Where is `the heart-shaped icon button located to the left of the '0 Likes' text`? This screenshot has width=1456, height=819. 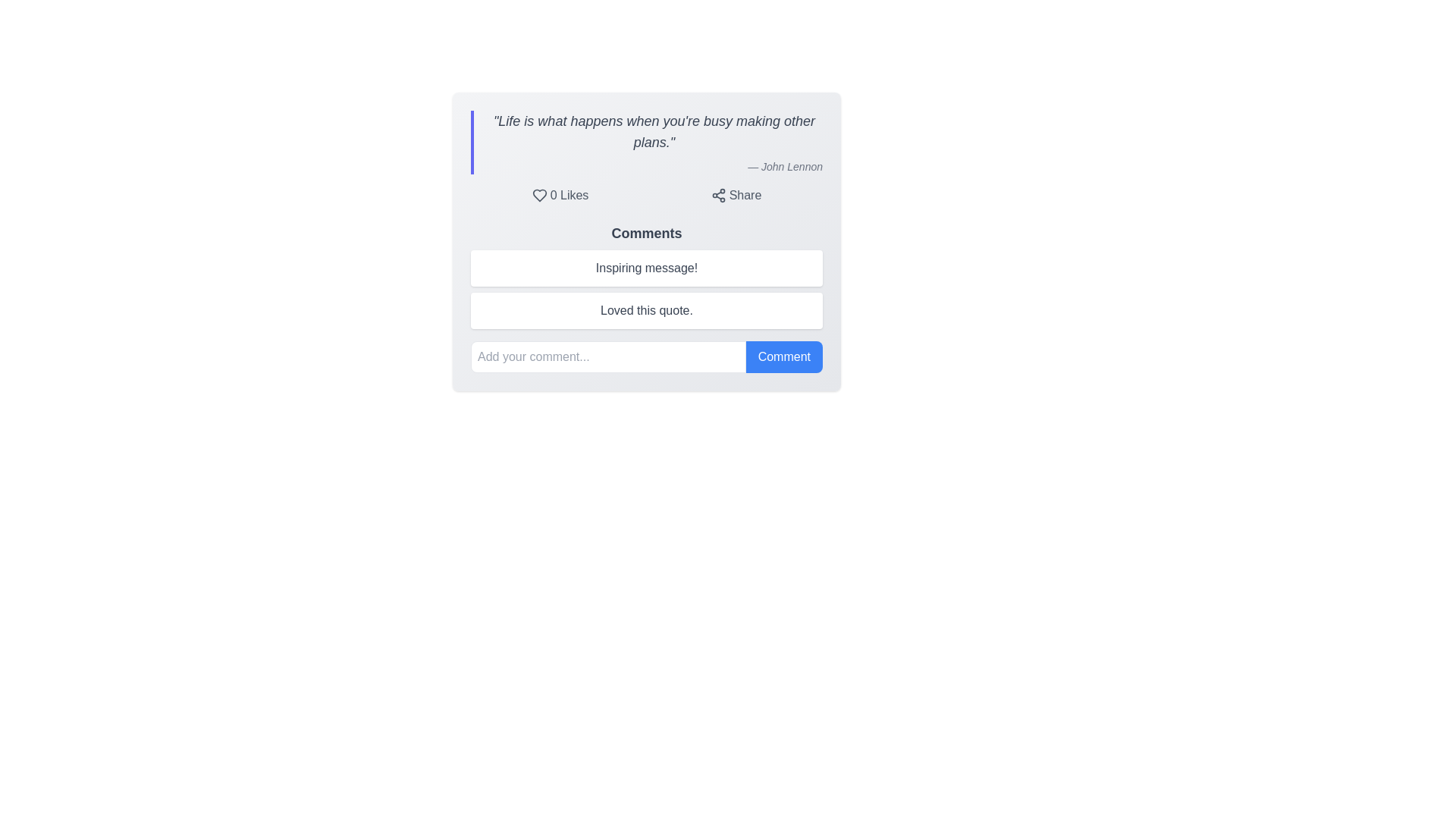 the heart-shaped icon button located to the left of the '0 Likes' text is located at coordinates (539, 195).